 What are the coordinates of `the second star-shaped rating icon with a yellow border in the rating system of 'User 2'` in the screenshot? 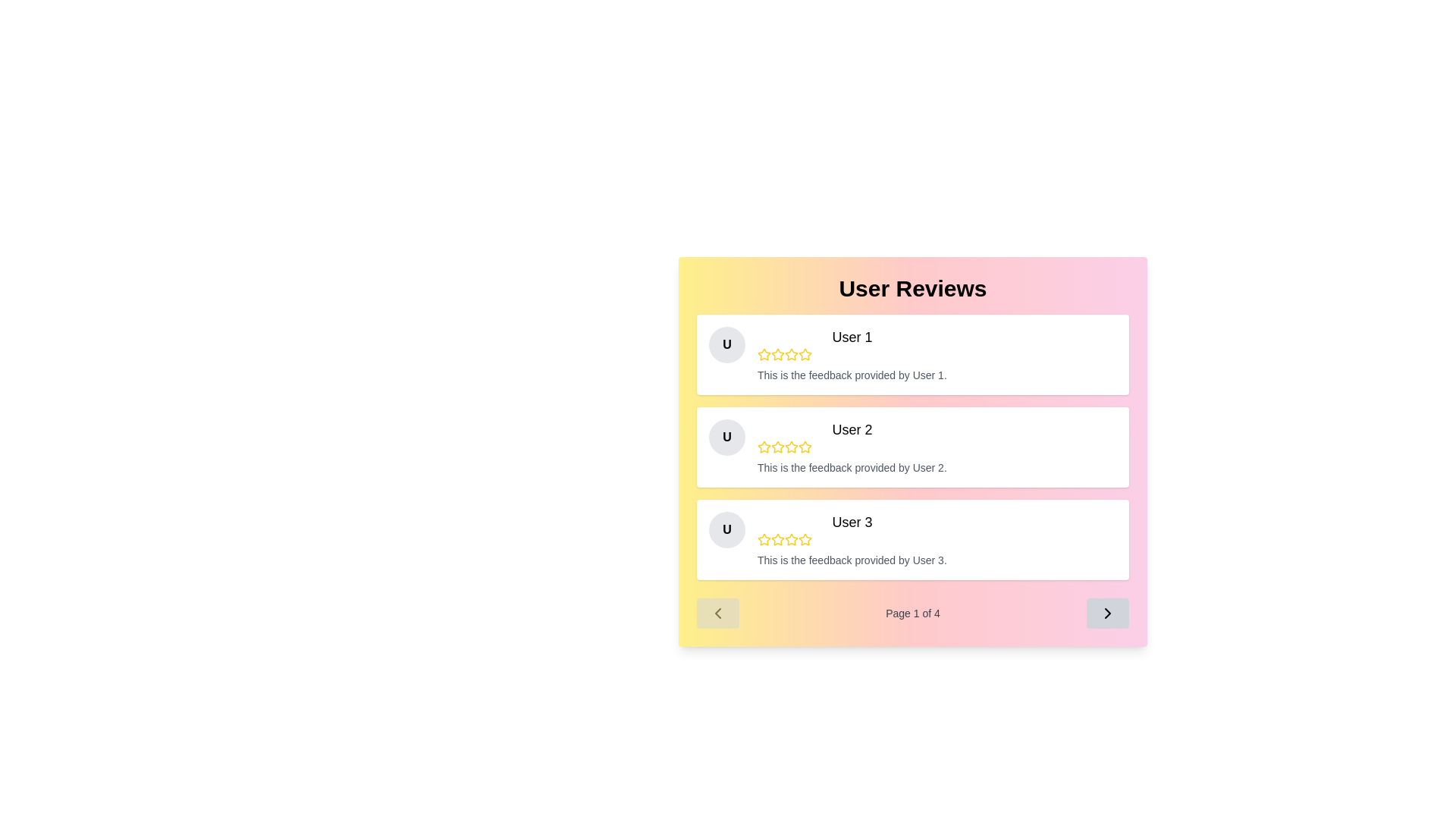 It's located at (778, 447).